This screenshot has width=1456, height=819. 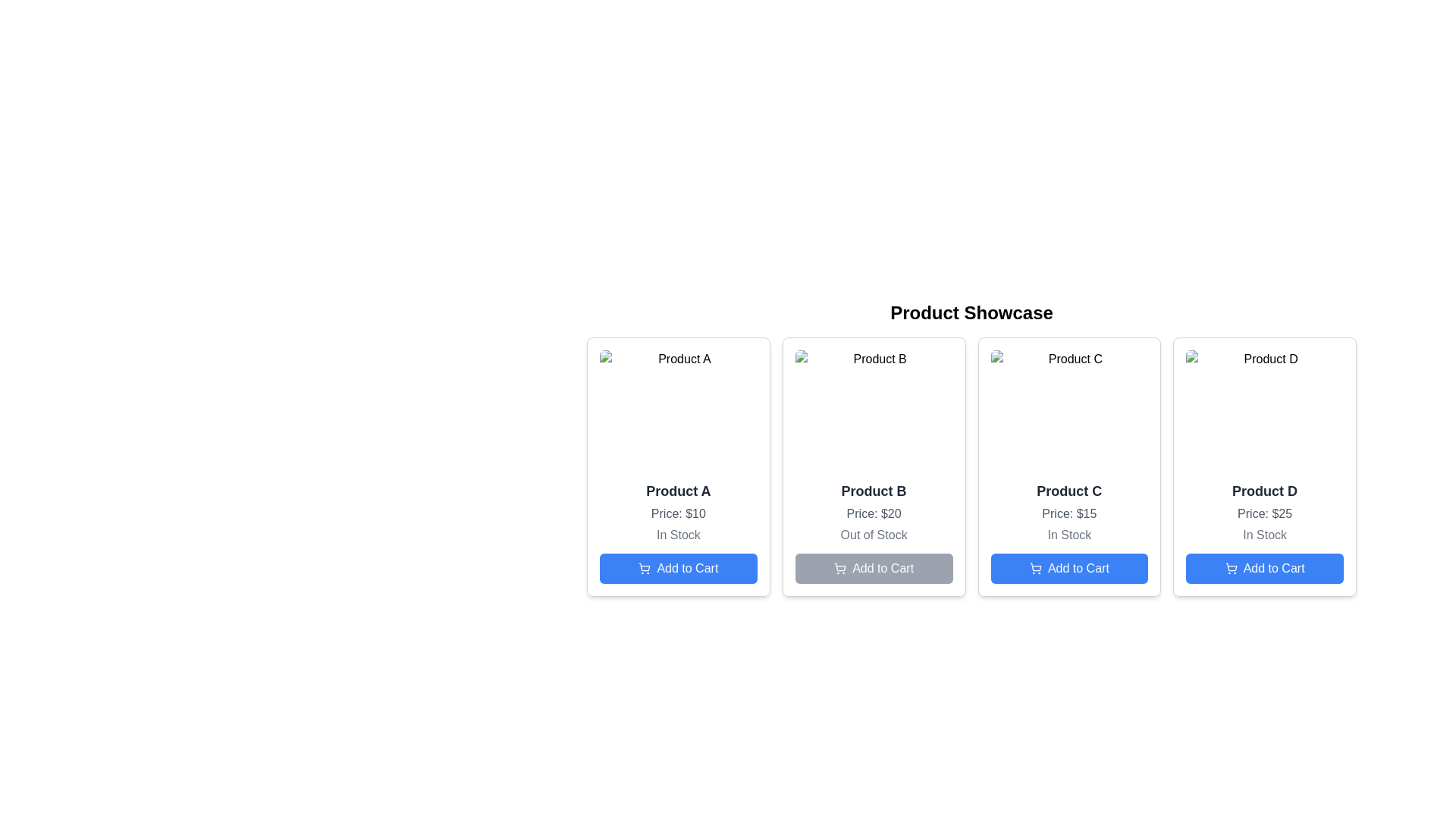 What do you see at coordinates (1068, 411) in the screenshot?
I see `the image representing 'Product C' within the product card` at bounding box center [1068, 411].